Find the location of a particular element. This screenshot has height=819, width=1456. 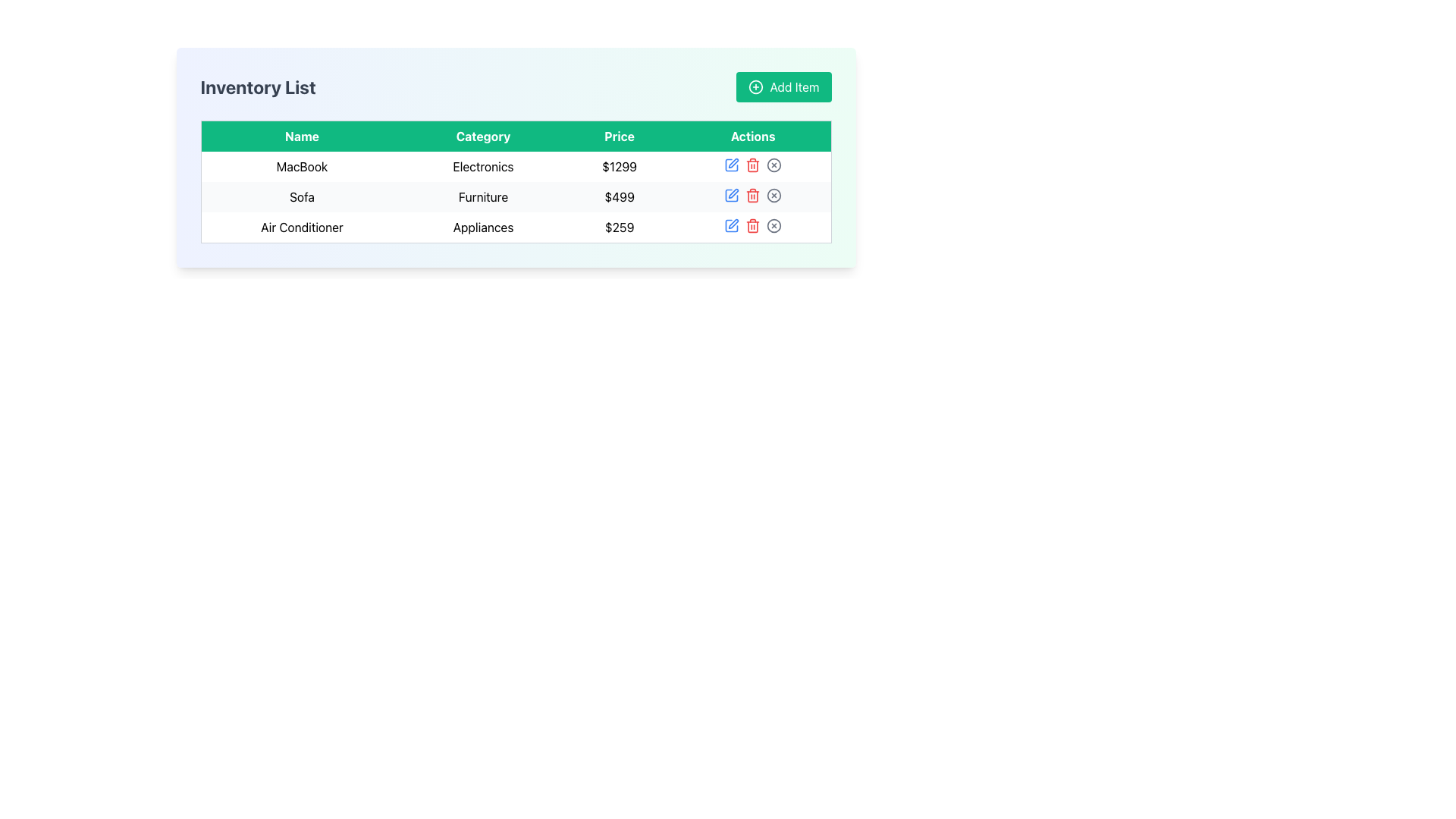

the red trash bin icon button in the Actions column of the Sofa item row in the inventory list to observe its hover effects is located at coordinates (753, 195).